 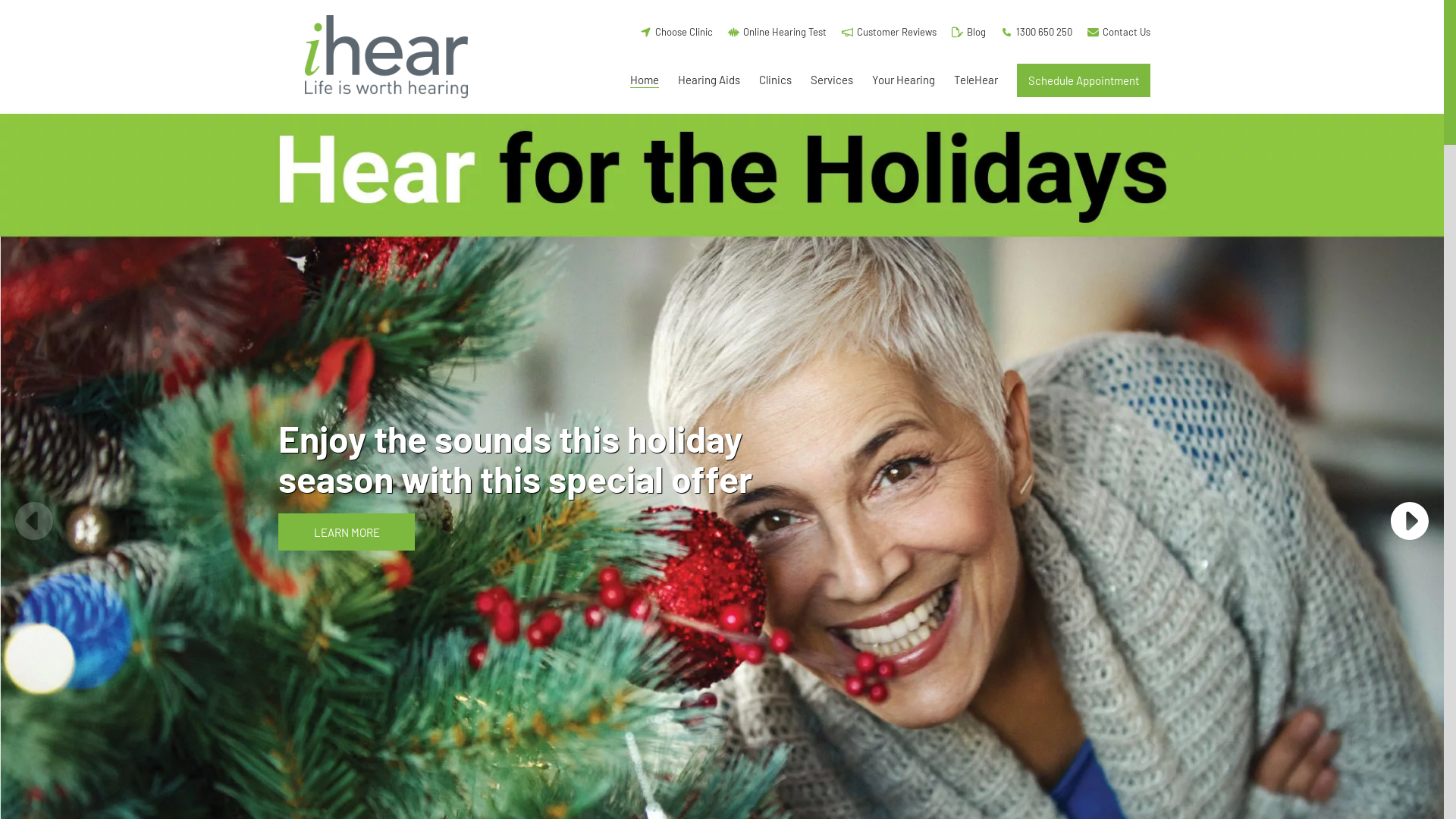 I want to click on 'Blog', so click(x=968, y=31).